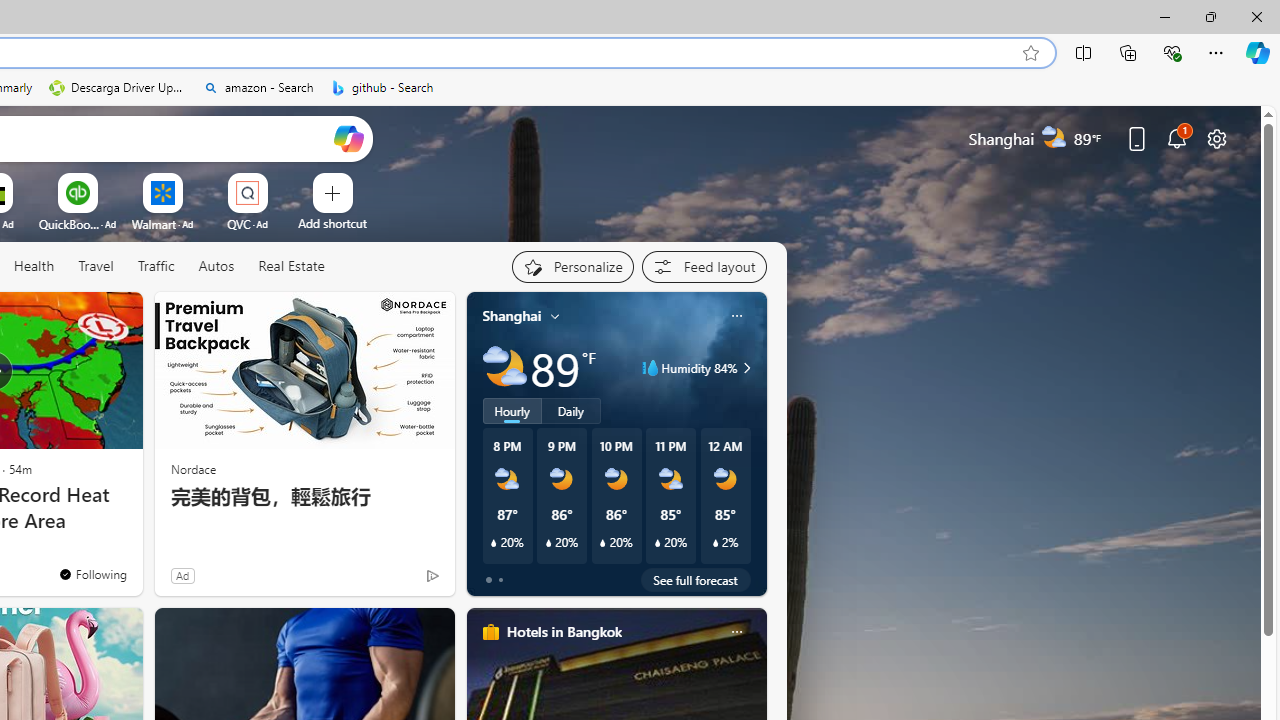 The width and height of the screenshot is (1280, 720). Describe the element at coordinates (490, 632) in the screenshot. I see `'hotels-header-icon'` at that location.